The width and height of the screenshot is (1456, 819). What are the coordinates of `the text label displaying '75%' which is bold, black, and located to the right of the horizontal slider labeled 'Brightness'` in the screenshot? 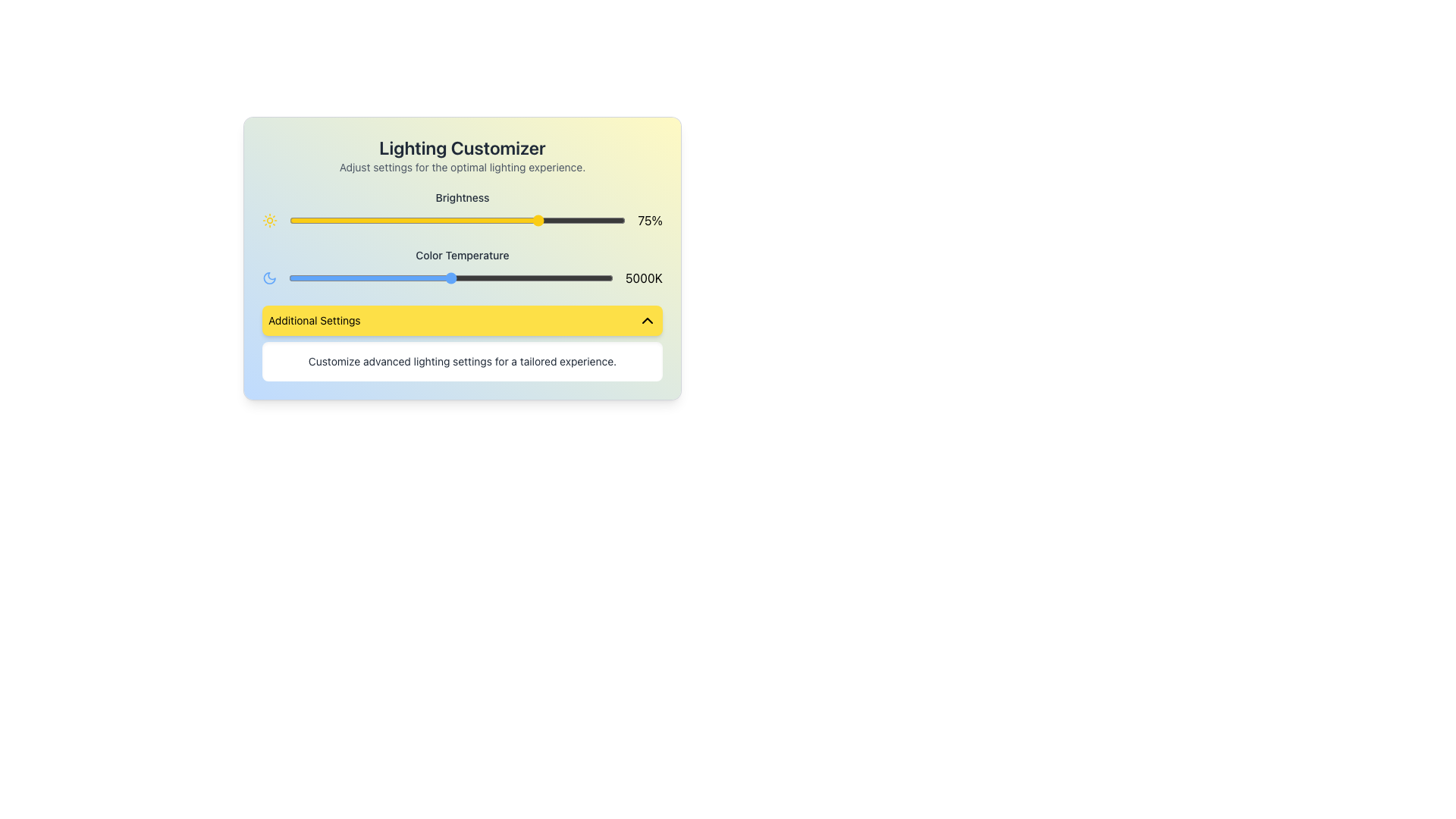 It's located at (650, 220).